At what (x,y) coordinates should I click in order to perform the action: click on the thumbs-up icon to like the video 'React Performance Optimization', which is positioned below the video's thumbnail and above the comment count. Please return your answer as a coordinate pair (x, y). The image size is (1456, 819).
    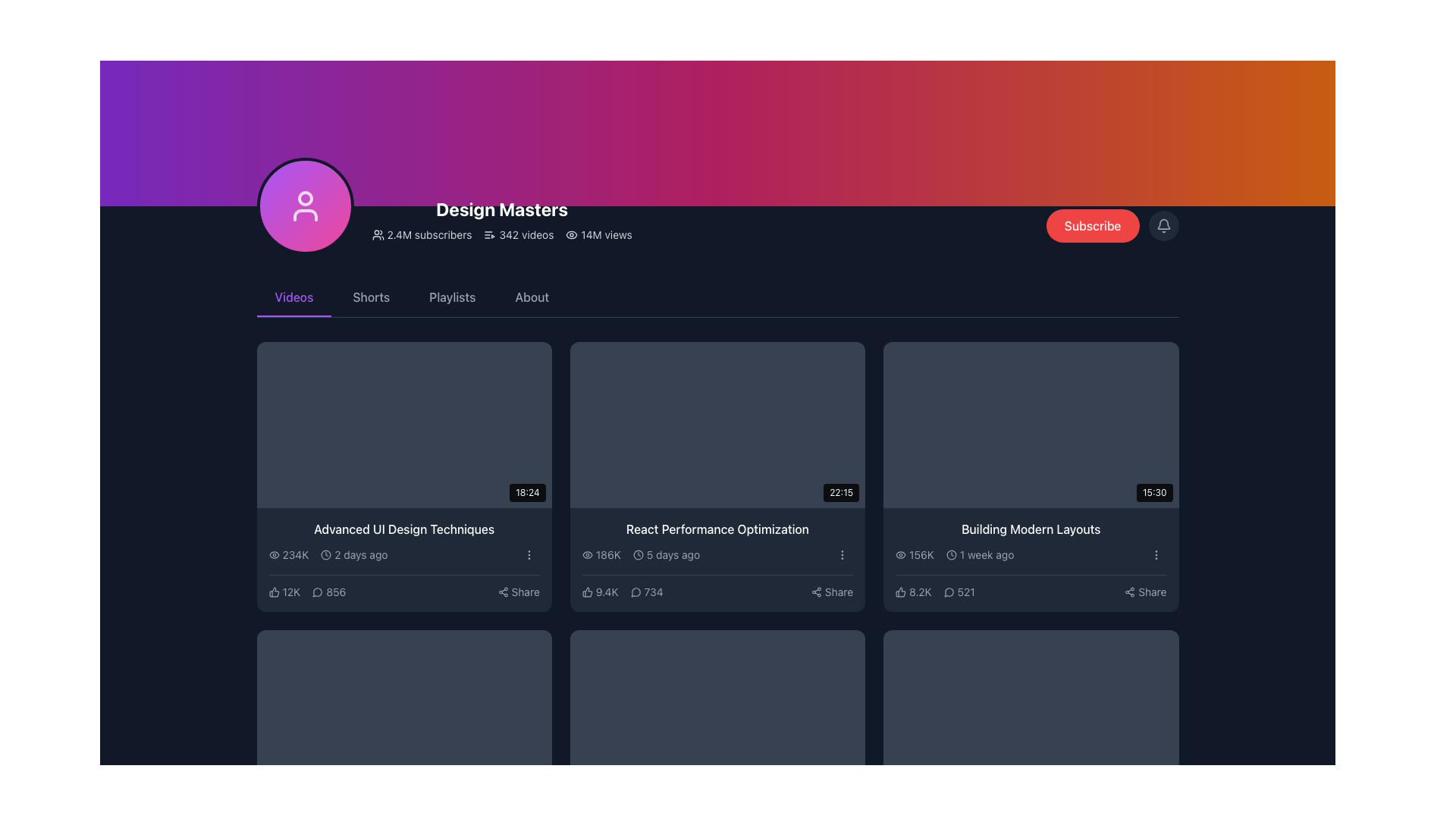
    Looking at the image, I should click on (586, 591).